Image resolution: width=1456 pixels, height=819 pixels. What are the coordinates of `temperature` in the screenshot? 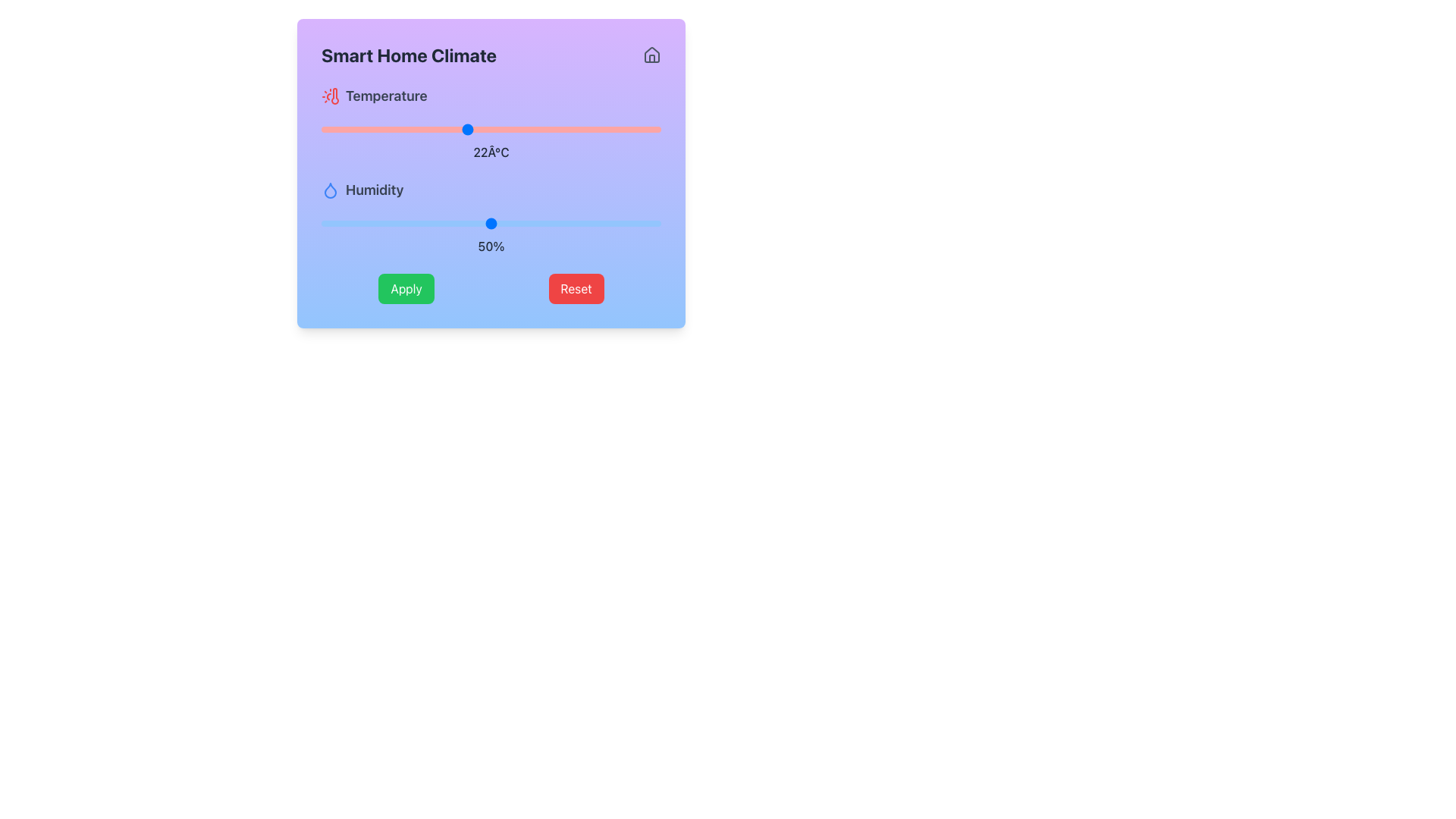 It's located at (612, 128).